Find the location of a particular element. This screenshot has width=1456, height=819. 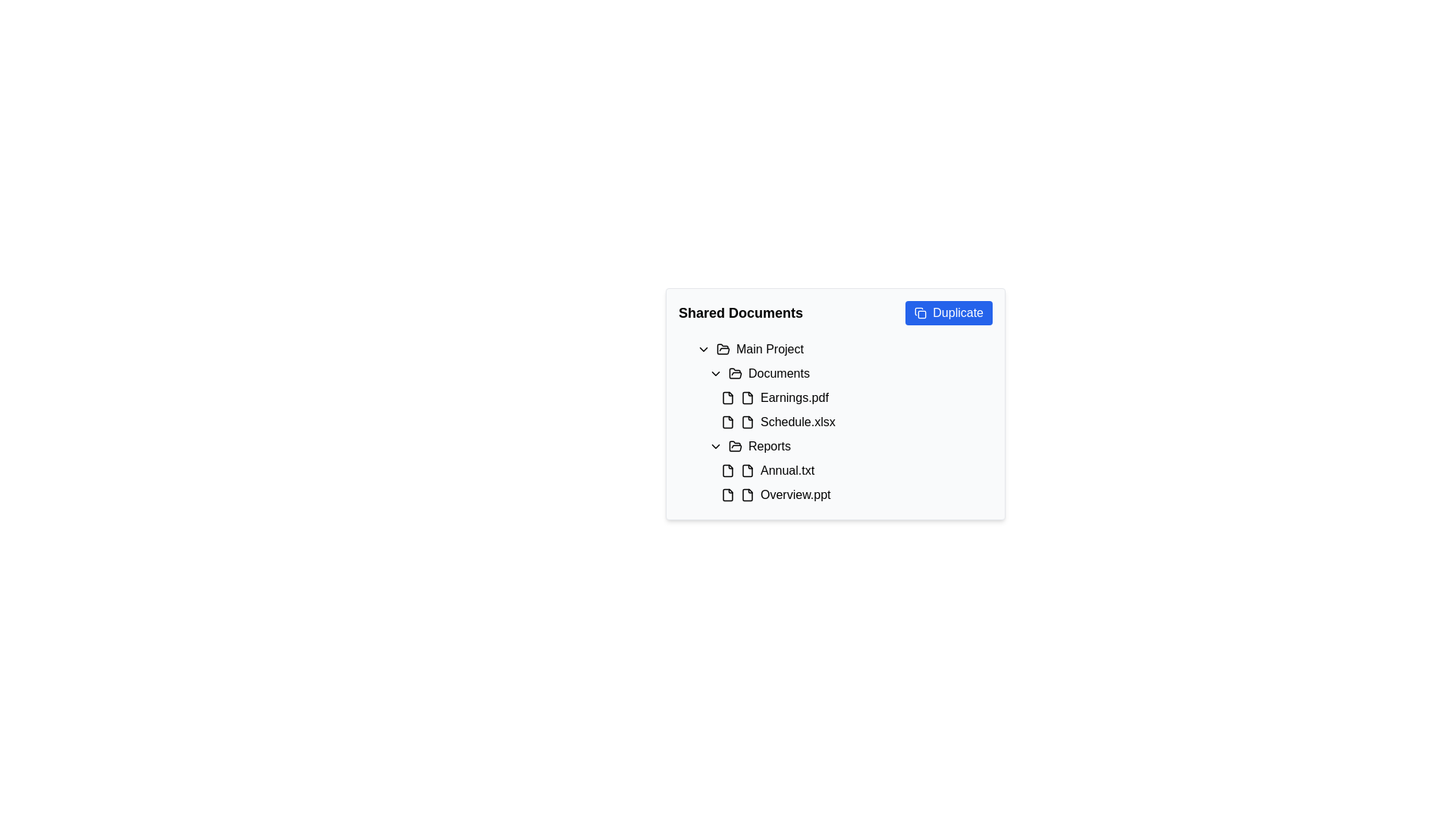

the 'Shared Documents' text label, which is styled in bold and slightly larger than surrounding text, located at the top-left corner of its section, adjacent to the 'Duplicate' button is located at coordinates (741, 312).